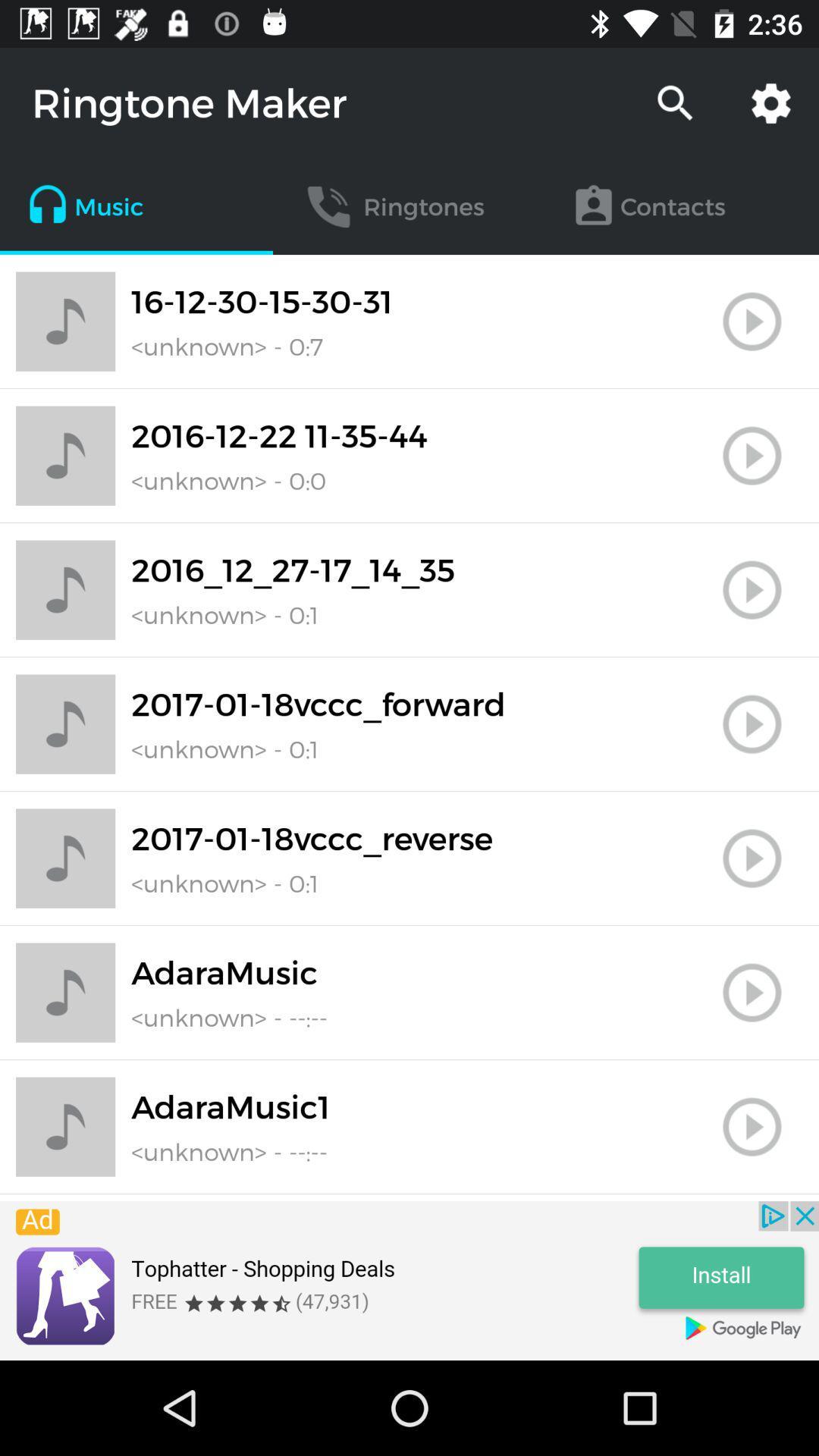  I want to click on stop button, so click(752, 589).